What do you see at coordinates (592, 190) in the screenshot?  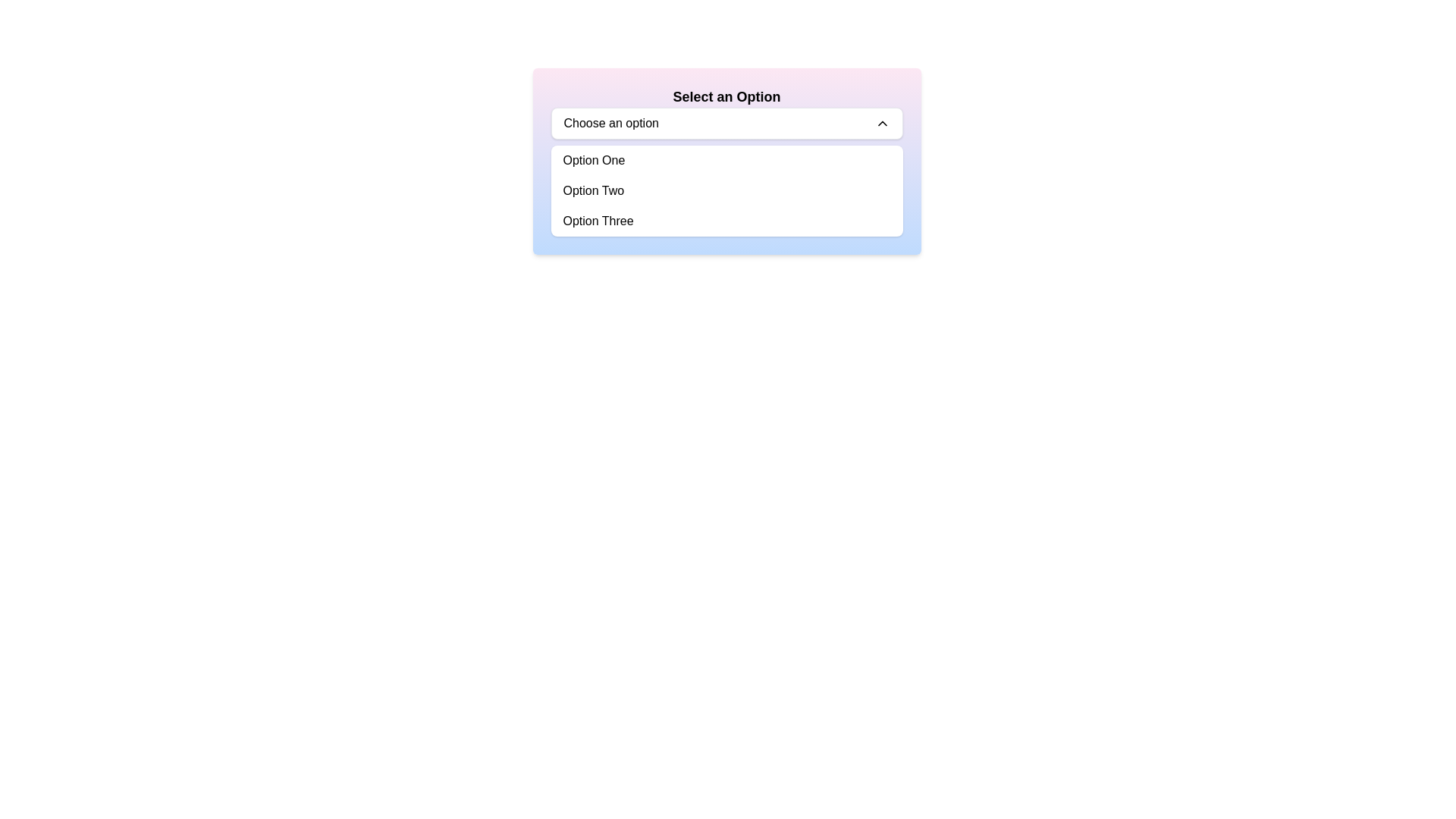 I see `the text component labeled 'Option Two' within the dropdown menu` at bounding box center [592, 190].